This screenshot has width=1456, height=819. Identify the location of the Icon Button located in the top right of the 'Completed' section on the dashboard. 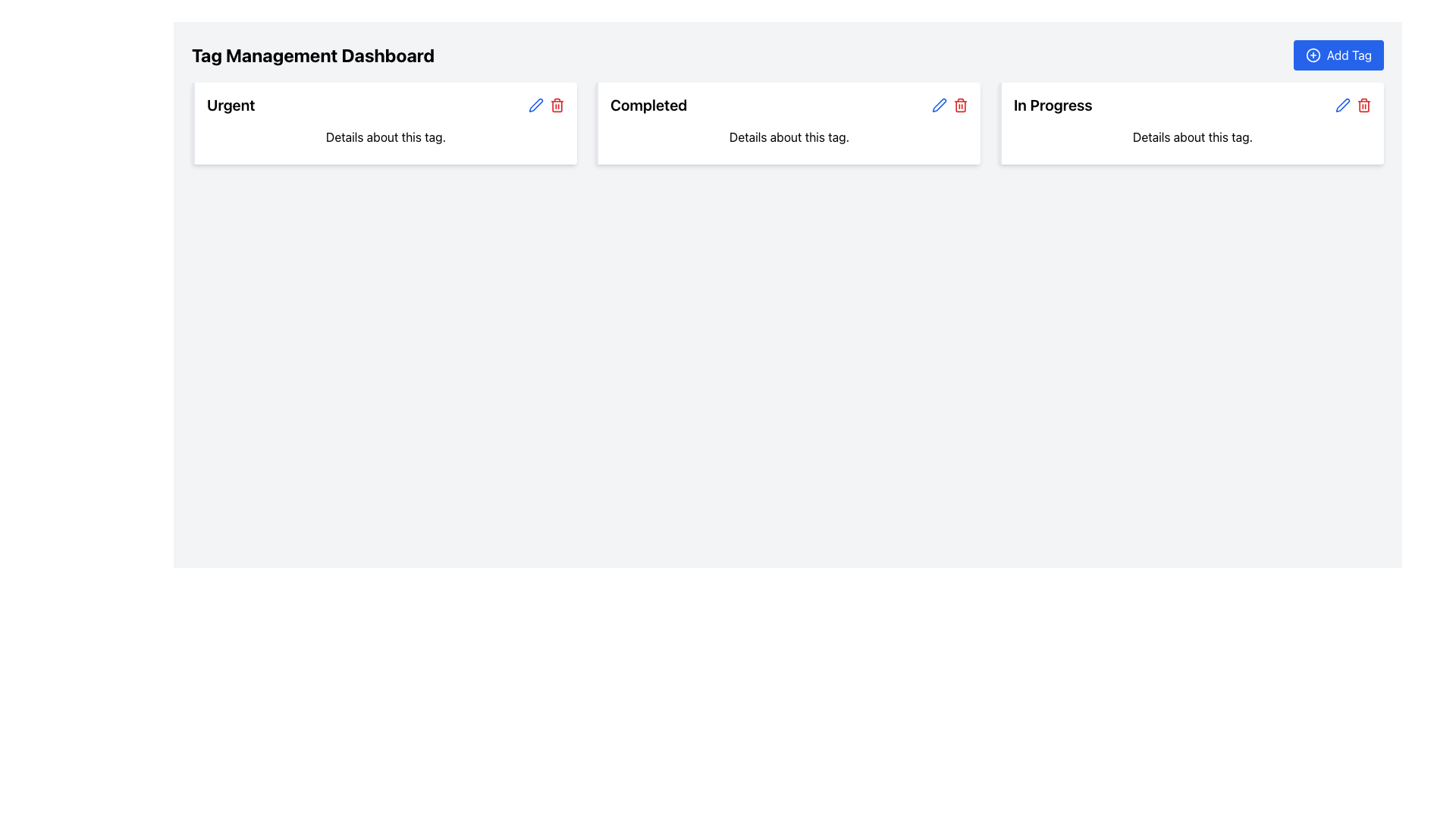
(938, 104).